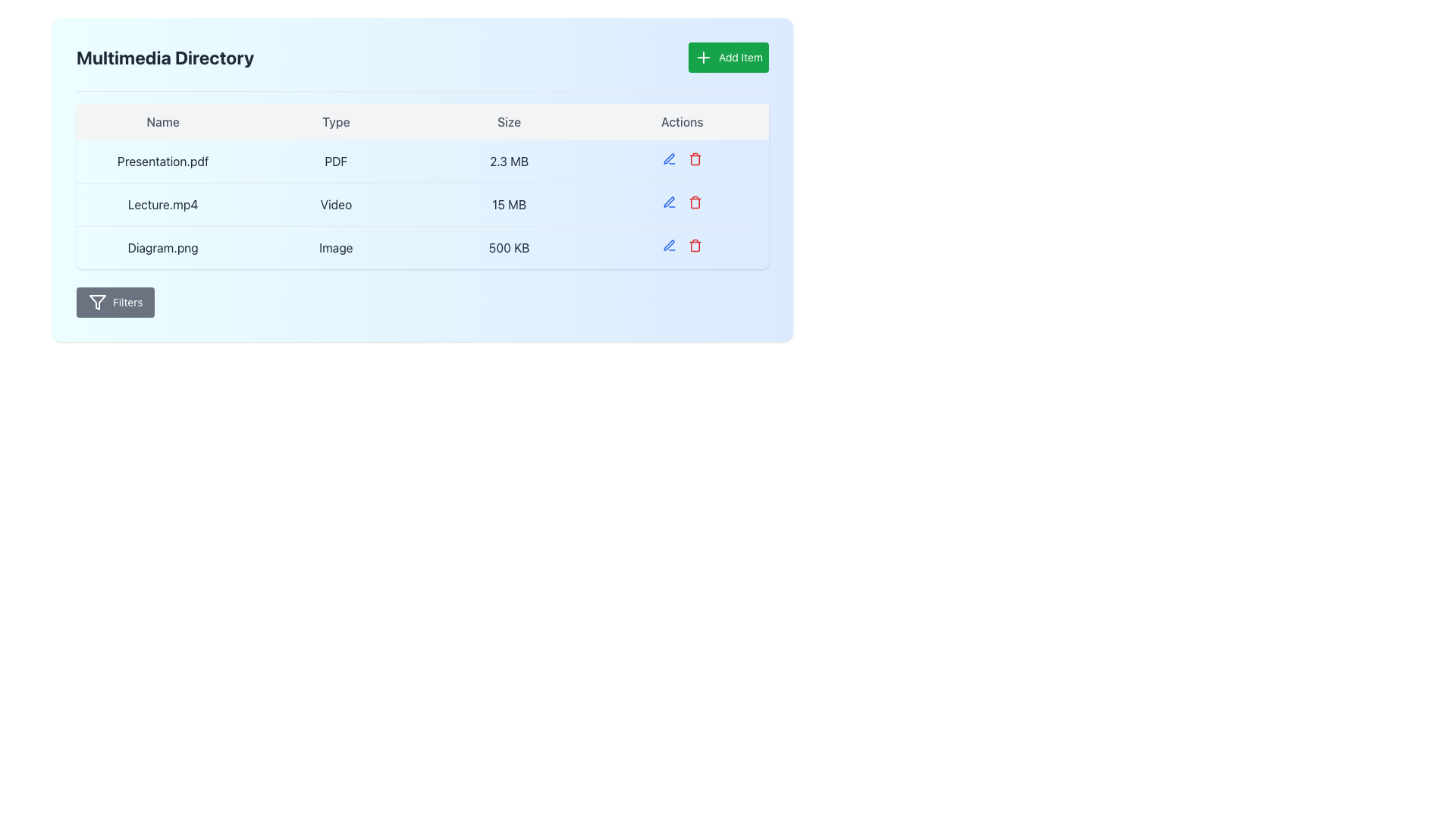 This screenshot has height=819, width=1456. Describe the element at coordinates (509, 205) in the screenshot. I see `the text displaying the size of the file 'Lecture.mp4' in the multimedia directory table, specifically located in the third column of its row` at that location.